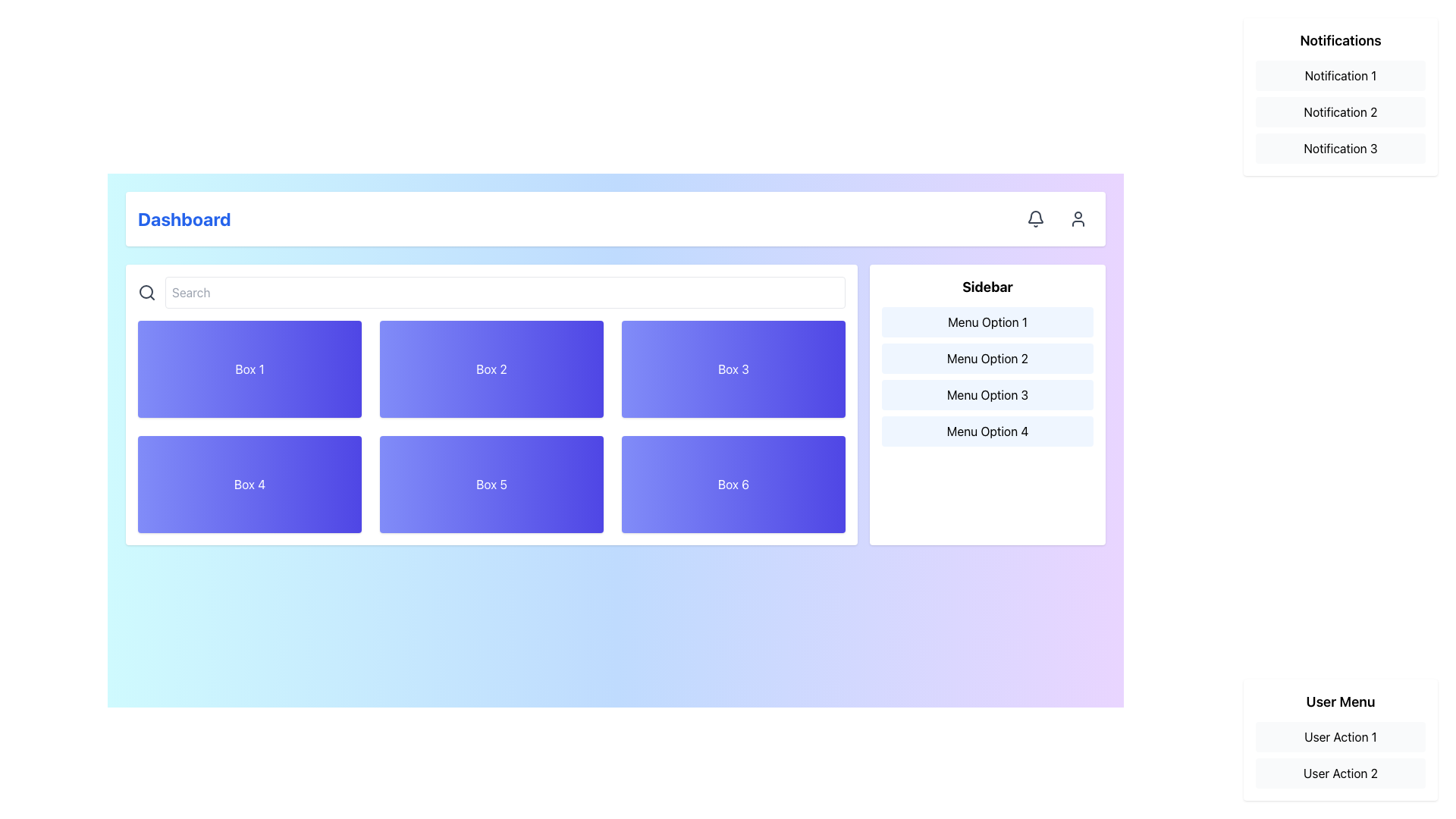 The width and height of the screenshot is (1456, 819). Describe the element at coordinates (1077, 219) in the screenshot. I see `the user profile icon button located at the top-right corner of the layout` at that location.